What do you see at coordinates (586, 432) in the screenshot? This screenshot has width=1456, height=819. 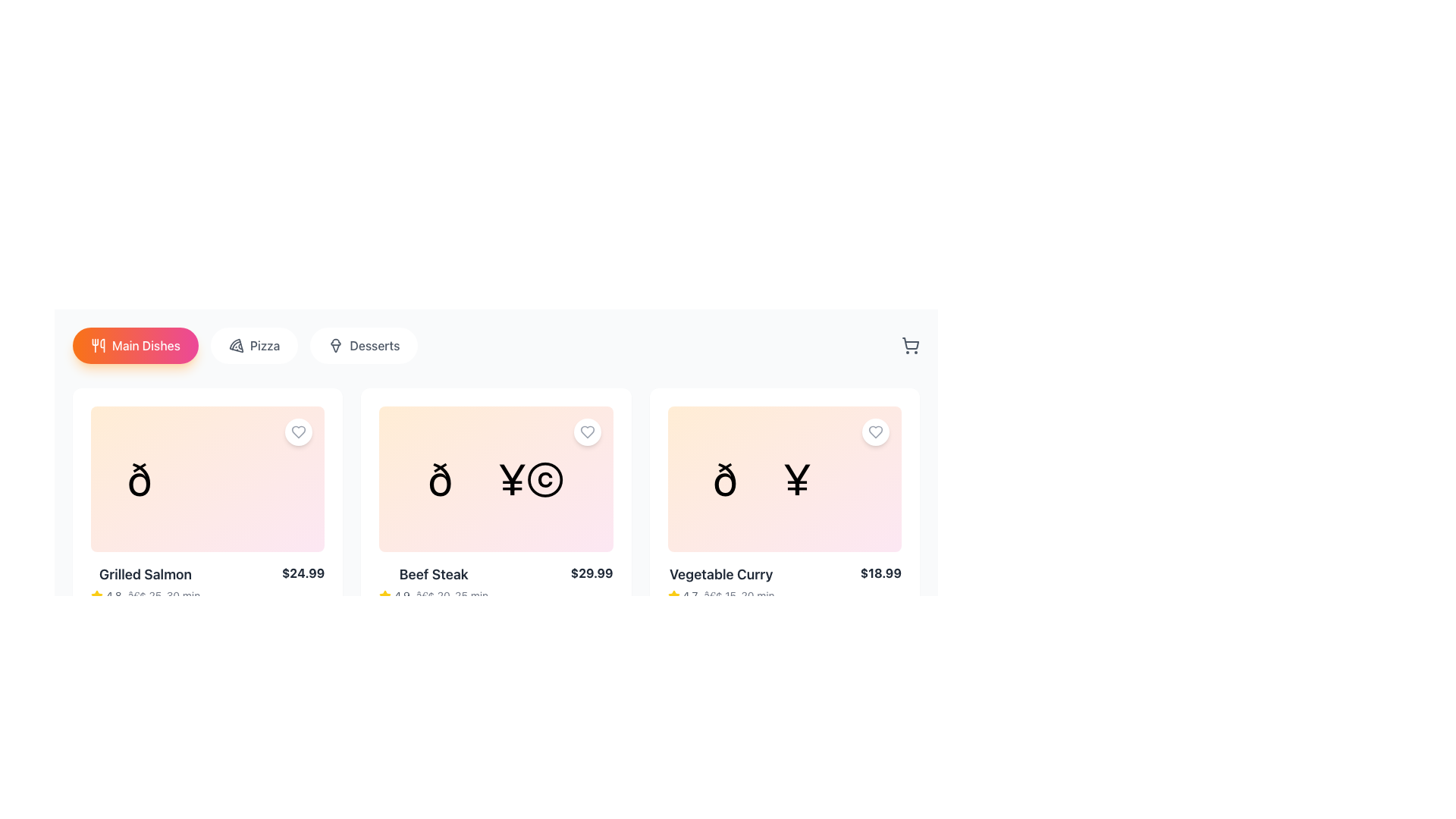 I see `the heart icon button in the top-right corner of the 'Beef Steak' card` at bounding box center [586, 432].